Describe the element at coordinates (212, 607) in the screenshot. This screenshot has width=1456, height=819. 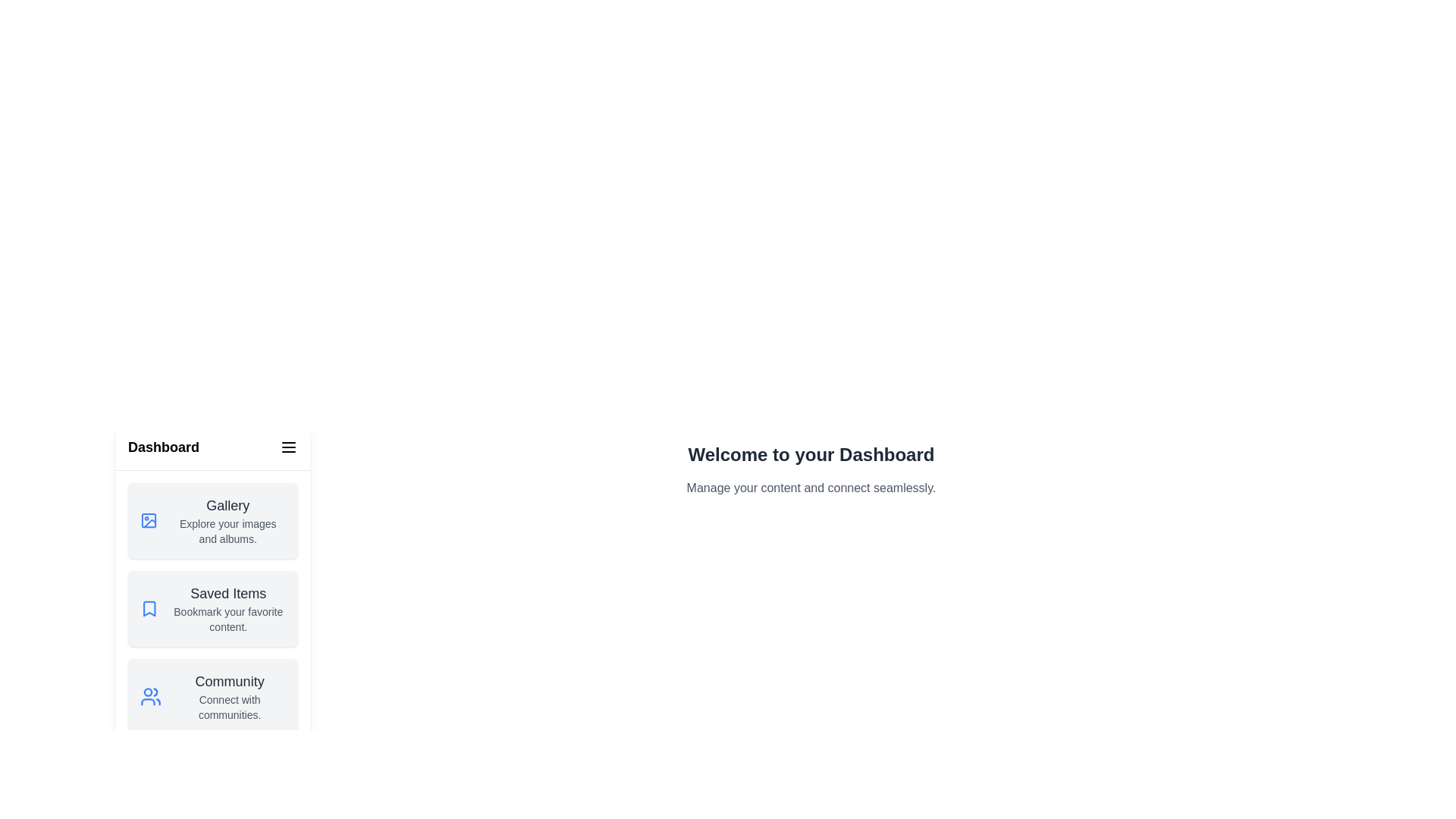
I see `the section Saved Items in the drawer` at that location.